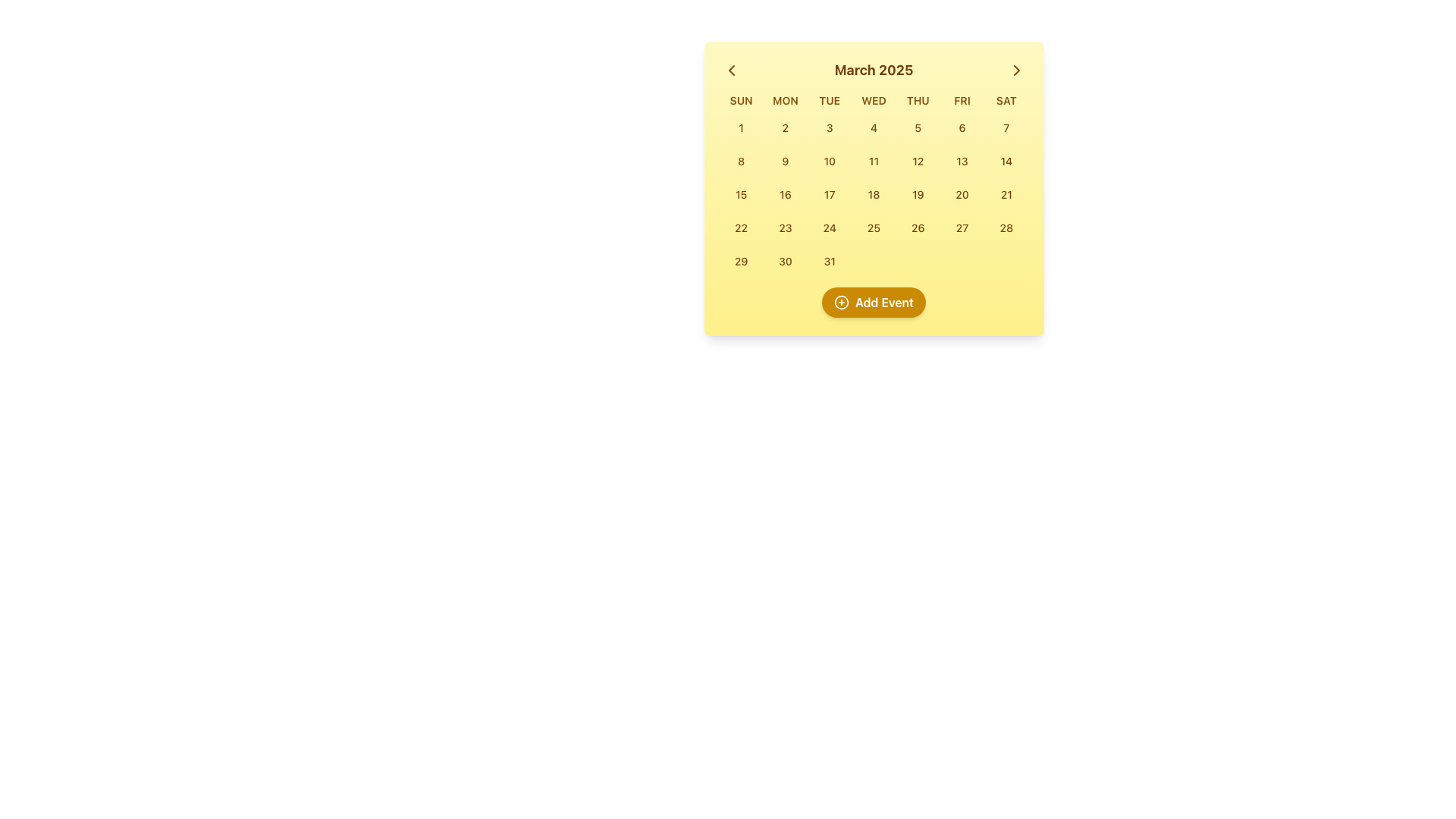 Image resolution: width=1456 pixels, height=819 pixels. I want to click on over the calendar date representation for March 20th, 2025, located in the fourth column under the row labeled Friday (FRI), so click(962, 193).